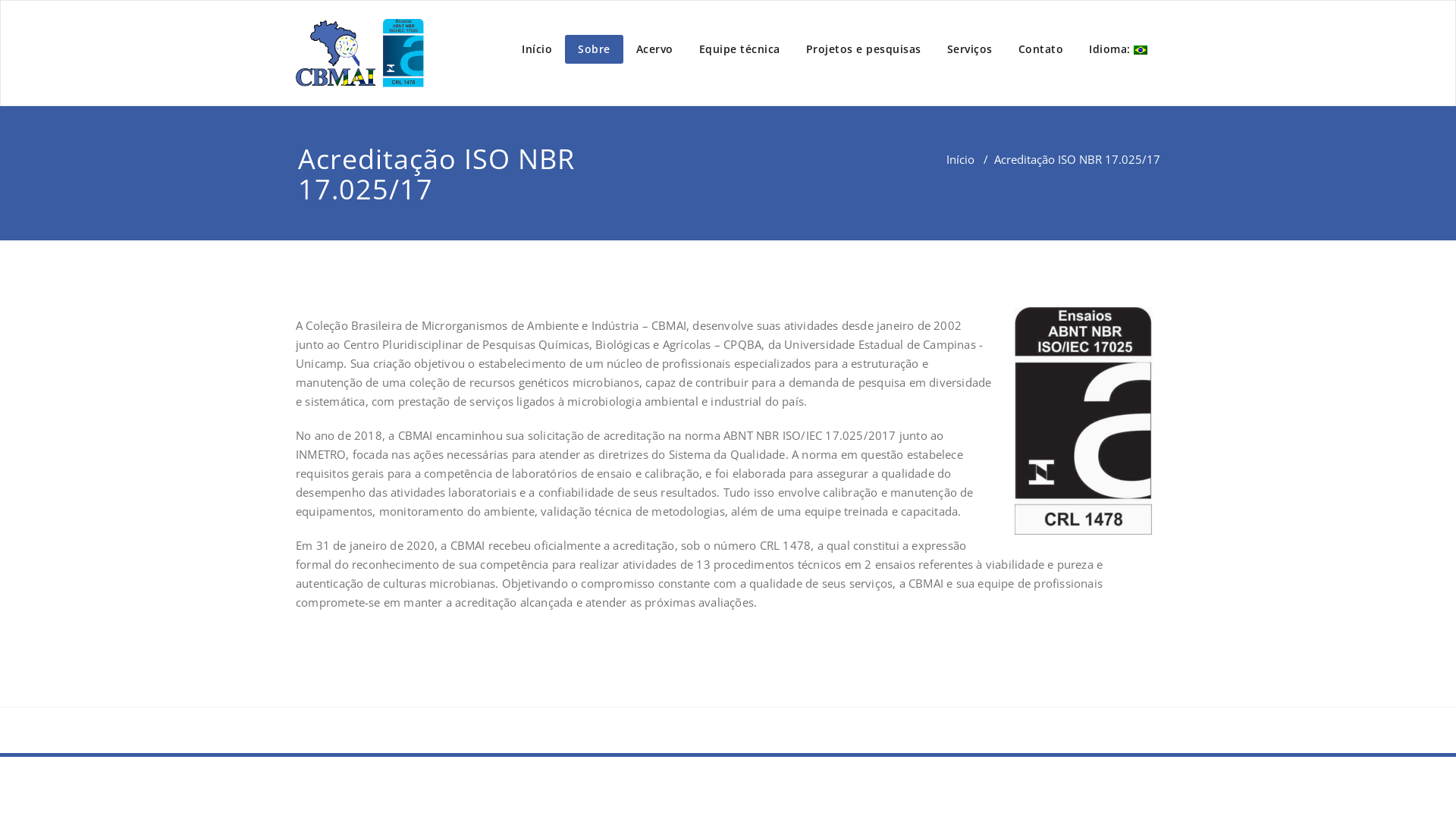  I want to click on 'Appointment', so click(359, 52).